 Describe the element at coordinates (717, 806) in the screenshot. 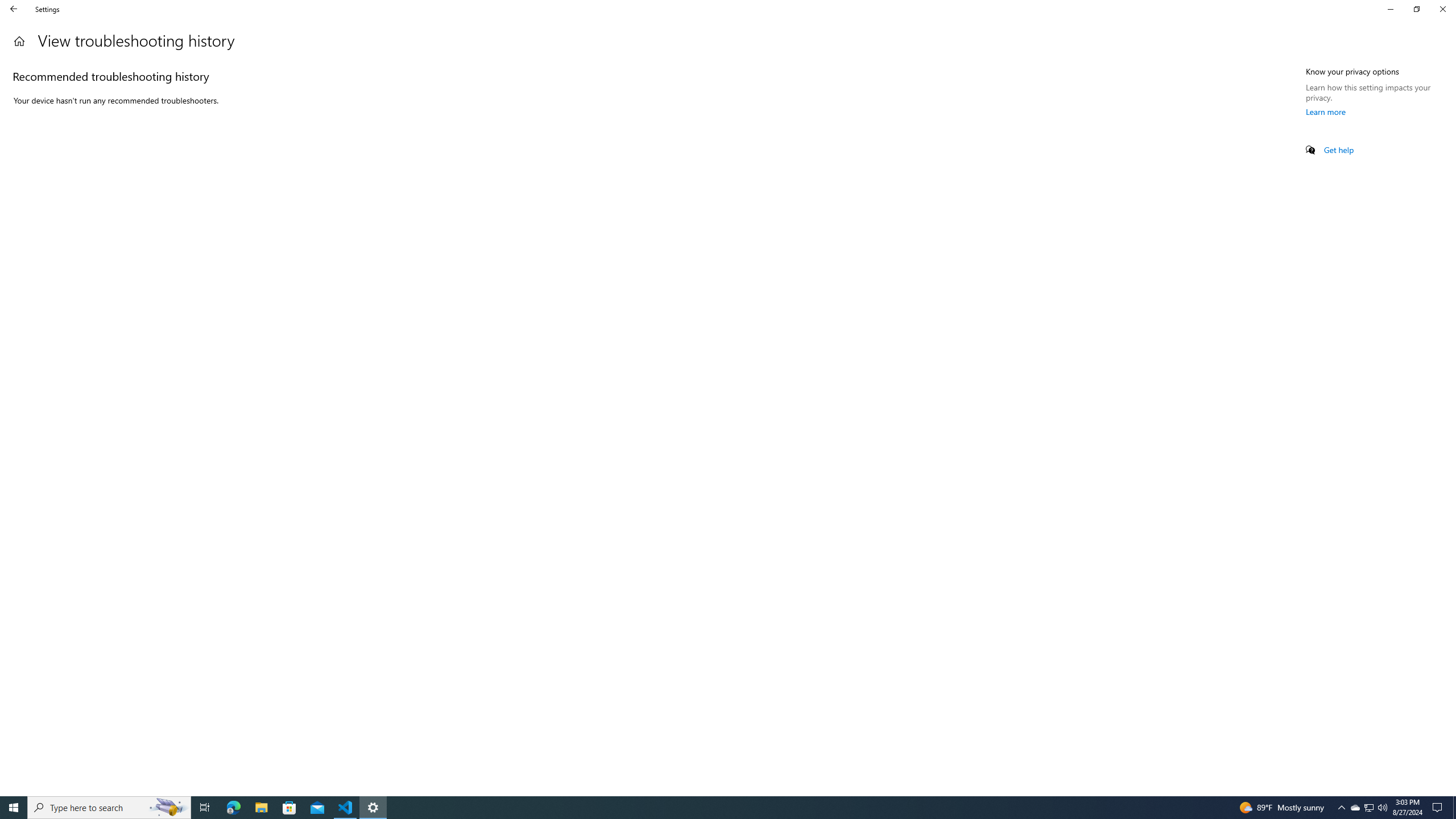

I see `'Running applications'` at that location.